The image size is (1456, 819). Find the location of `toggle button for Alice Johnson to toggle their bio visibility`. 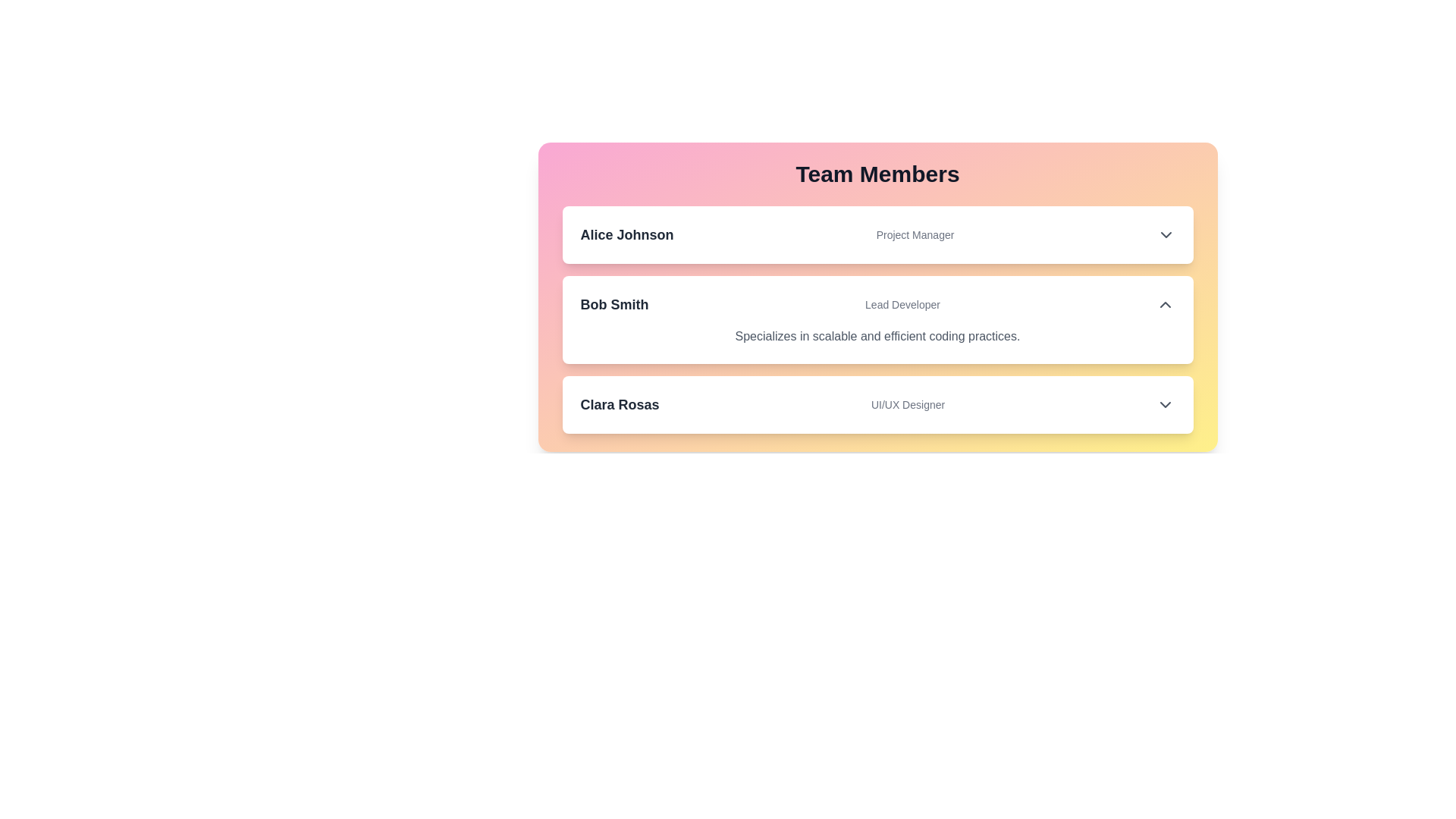

toggle button for Alice Johnson to toggle their bio visibility is located at coordinates (1165, 234).